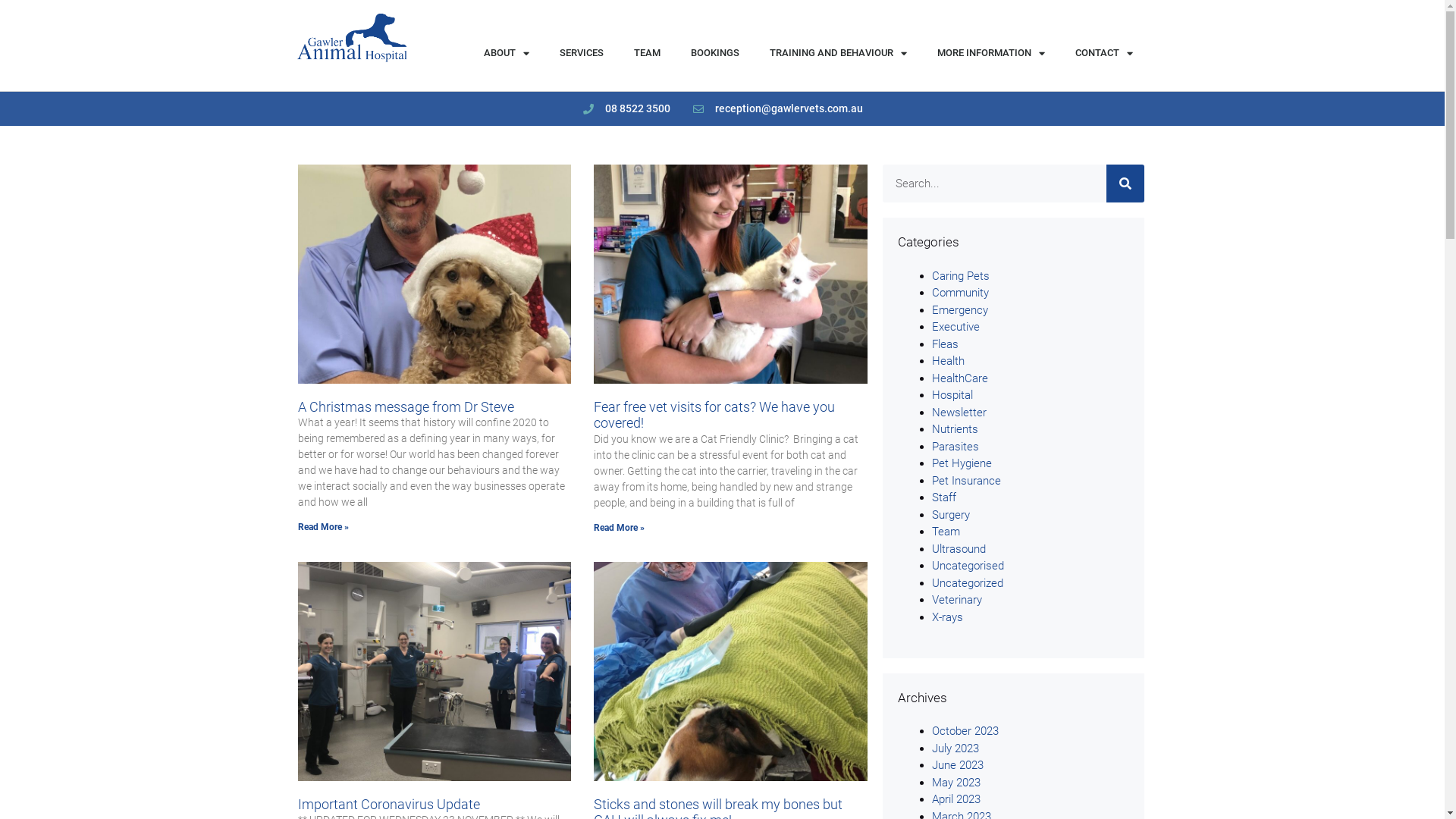 Image resolution: width=1456 pixels, height=819 pixels. Describe the element at coordinates (958, 548) in the screenshot. I see `'Ultrasound'` at that location.